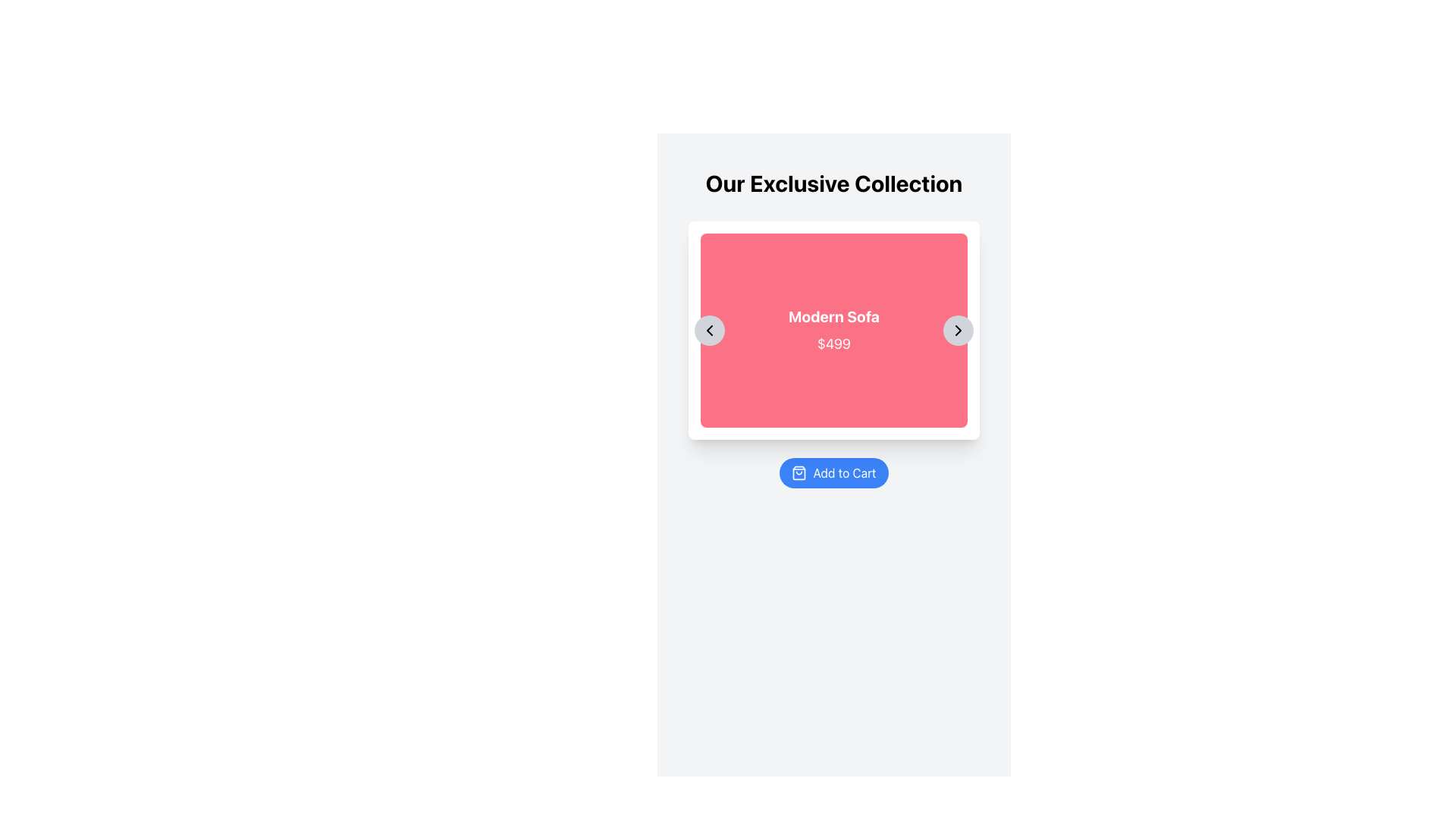 This screenshot has height=819, width=1456. What do you see at coordinates (957, 329) in the screenshot?
I see `the right navigational icon on the pink card labeled 'Modern Sofa'` at bounding box center [957, 329].